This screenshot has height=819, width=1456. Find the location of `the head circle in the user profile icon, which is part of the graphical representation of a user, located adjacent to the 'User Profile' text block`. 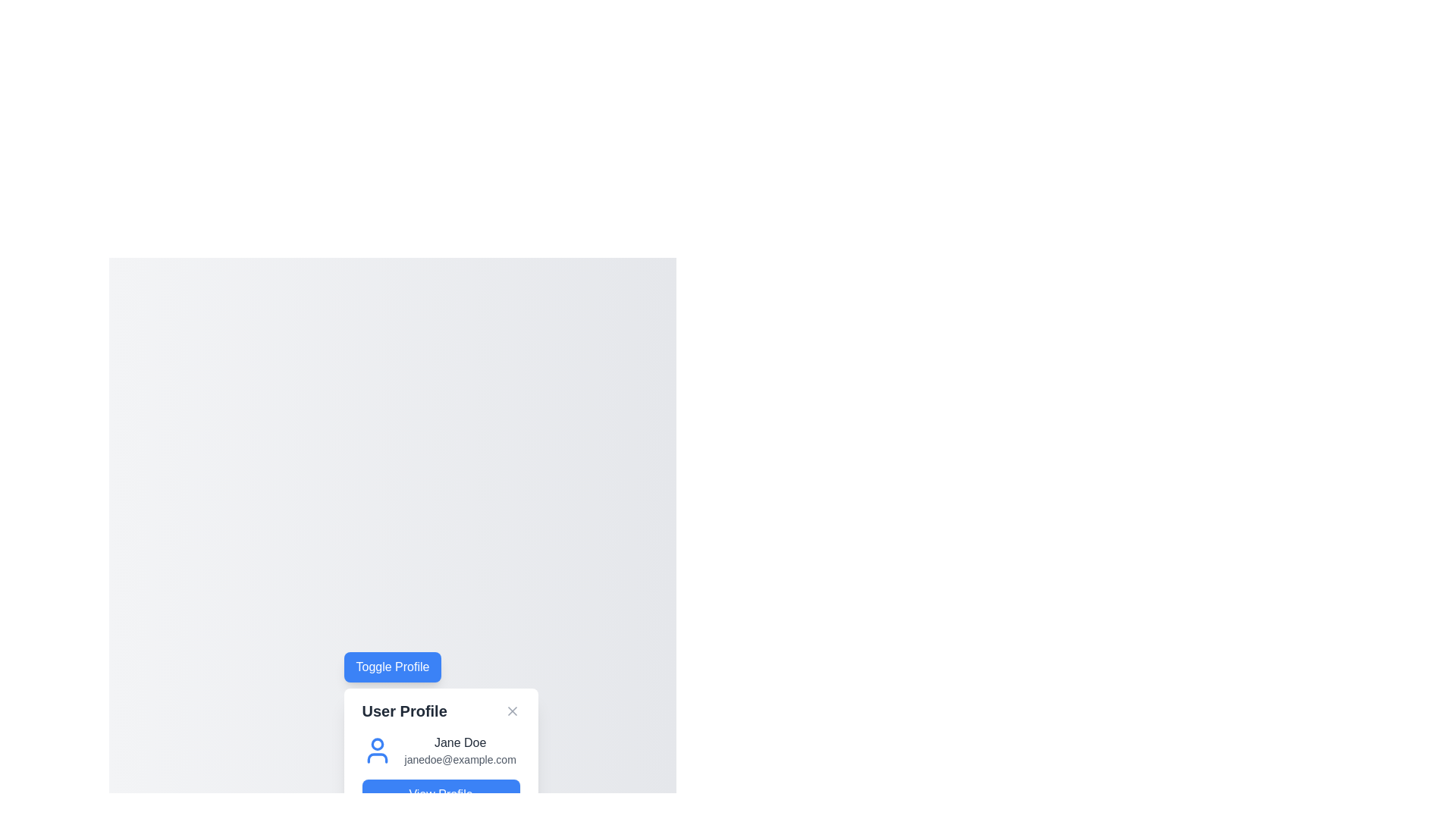

the head circle in the user profile icon, which is part of the graphical representation of a user, located adjacent to the 'User Profile' text block is located at coordinates (377, 743).